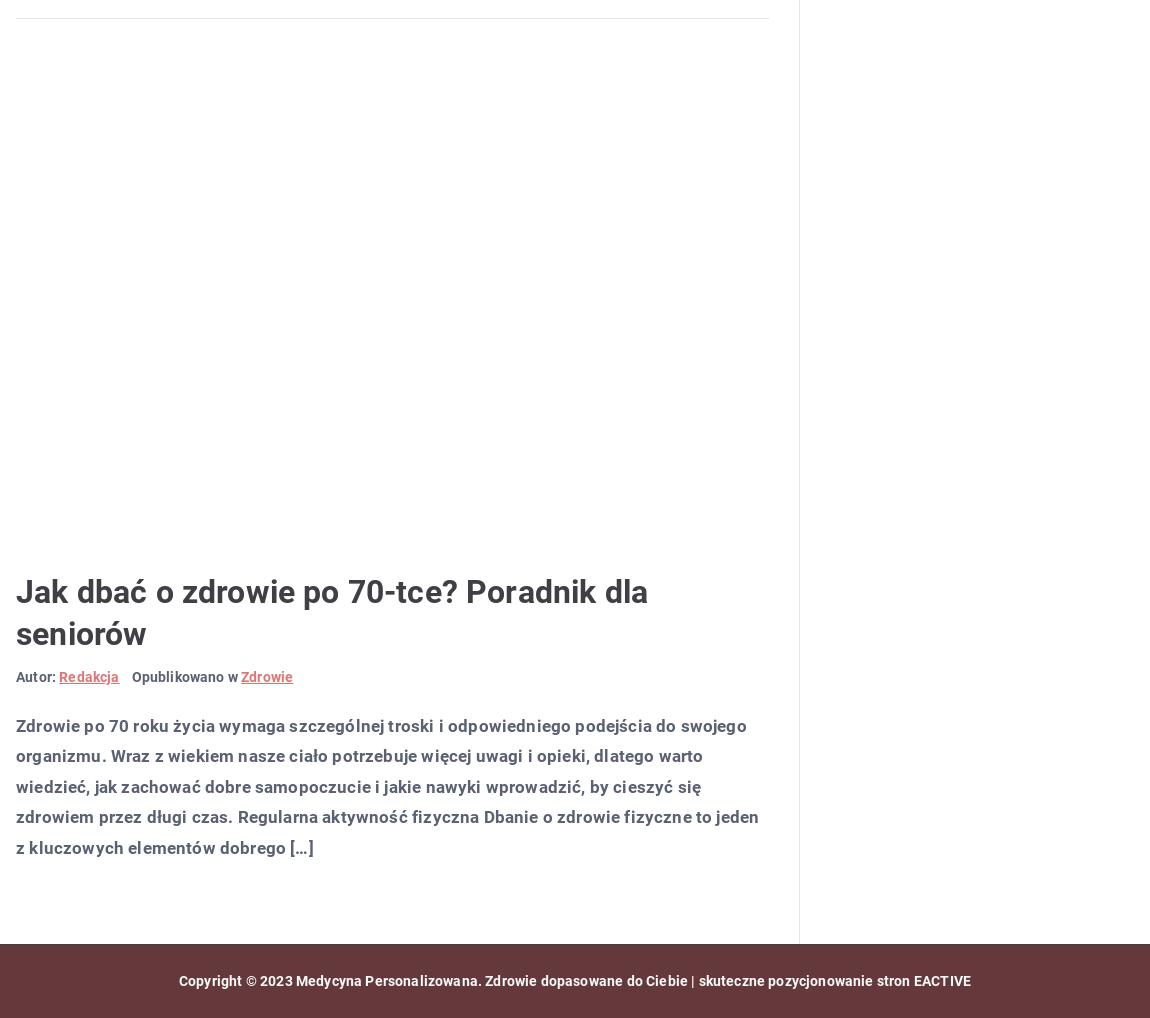 The height and width of the screenshot is (1018, 1150). What do you see at coordinates (477, 980) in the screenshot?
I see `'. Zdrowie dopasowane do Ciebie |'` at bounding box center [477, 980].